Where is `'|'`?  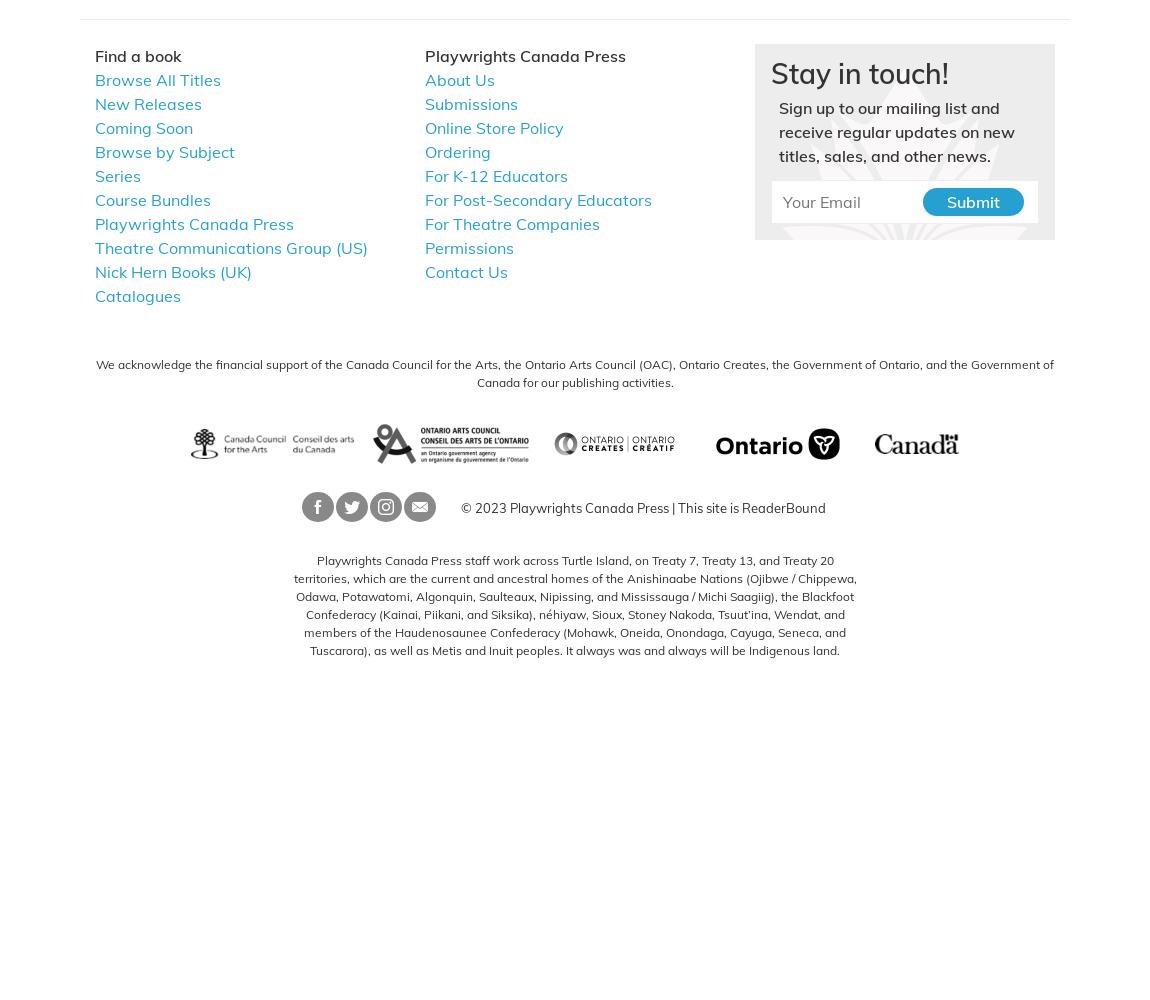
'|' is located at coordinates (671, 507).